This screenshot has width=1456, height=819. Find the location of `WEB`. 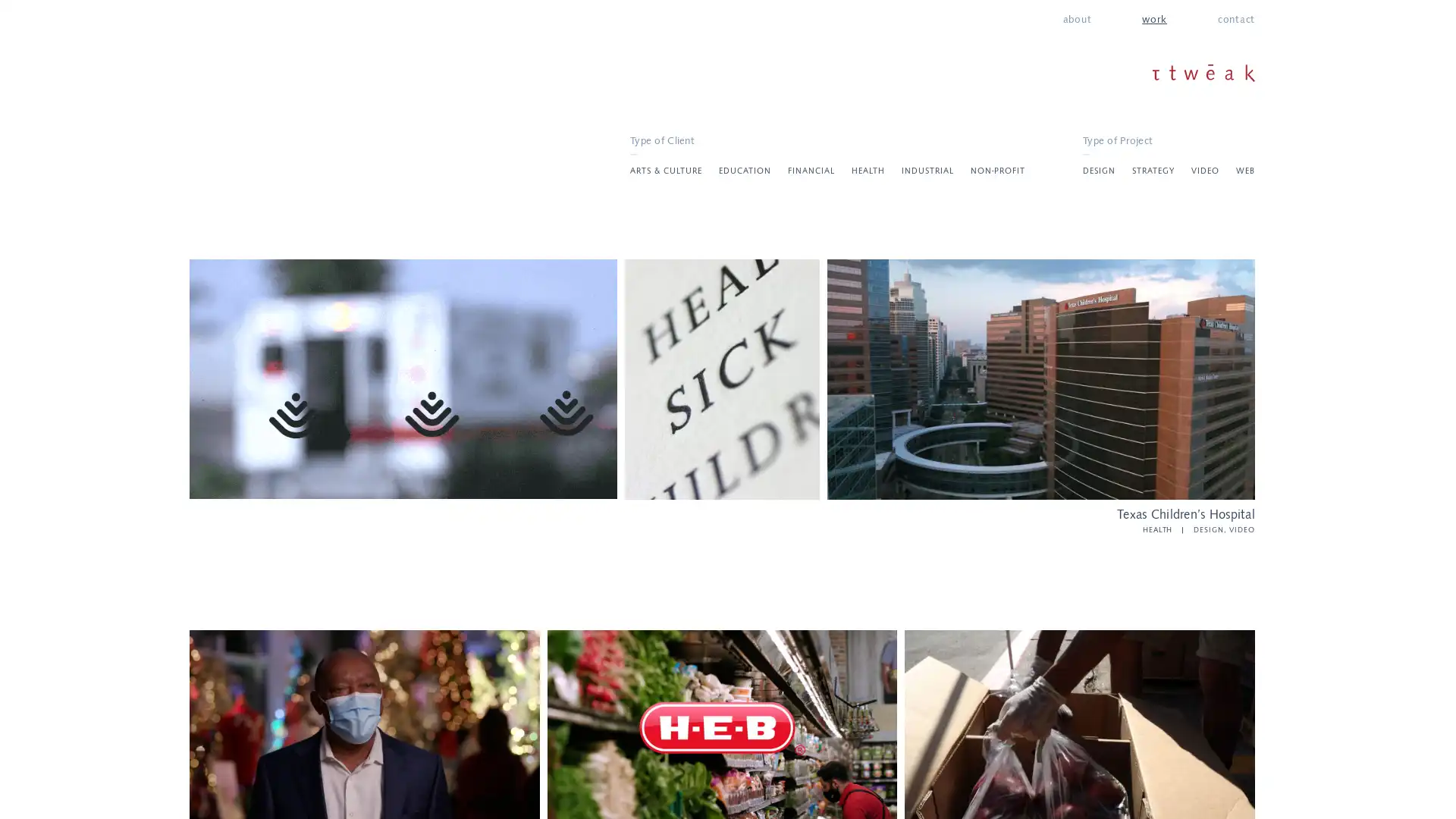

WEB is located at coordinates (1245, 171).